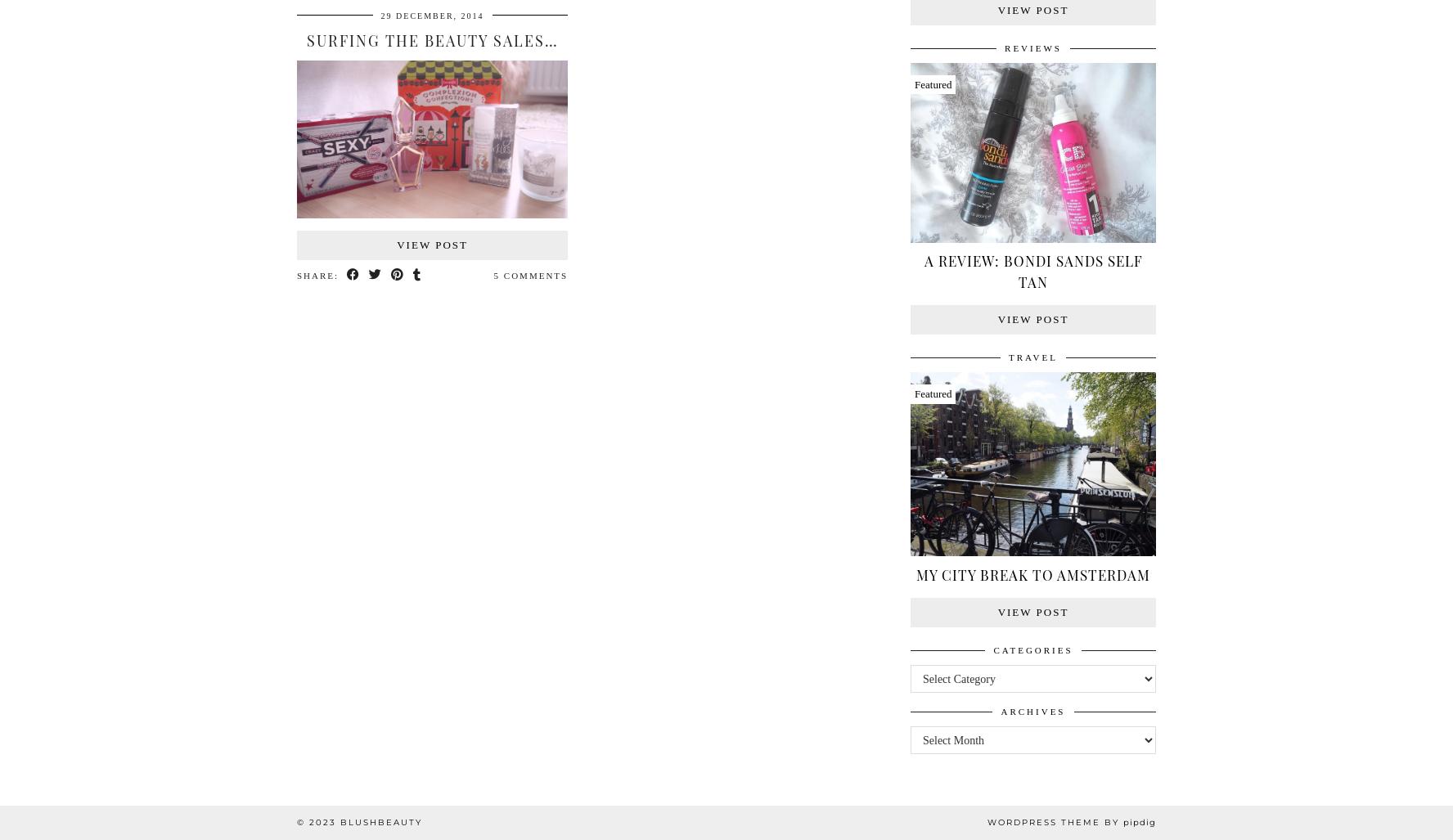 This screenshot has width=1453, height=840. I want to click on 'Reviews', so click(1032, 47).